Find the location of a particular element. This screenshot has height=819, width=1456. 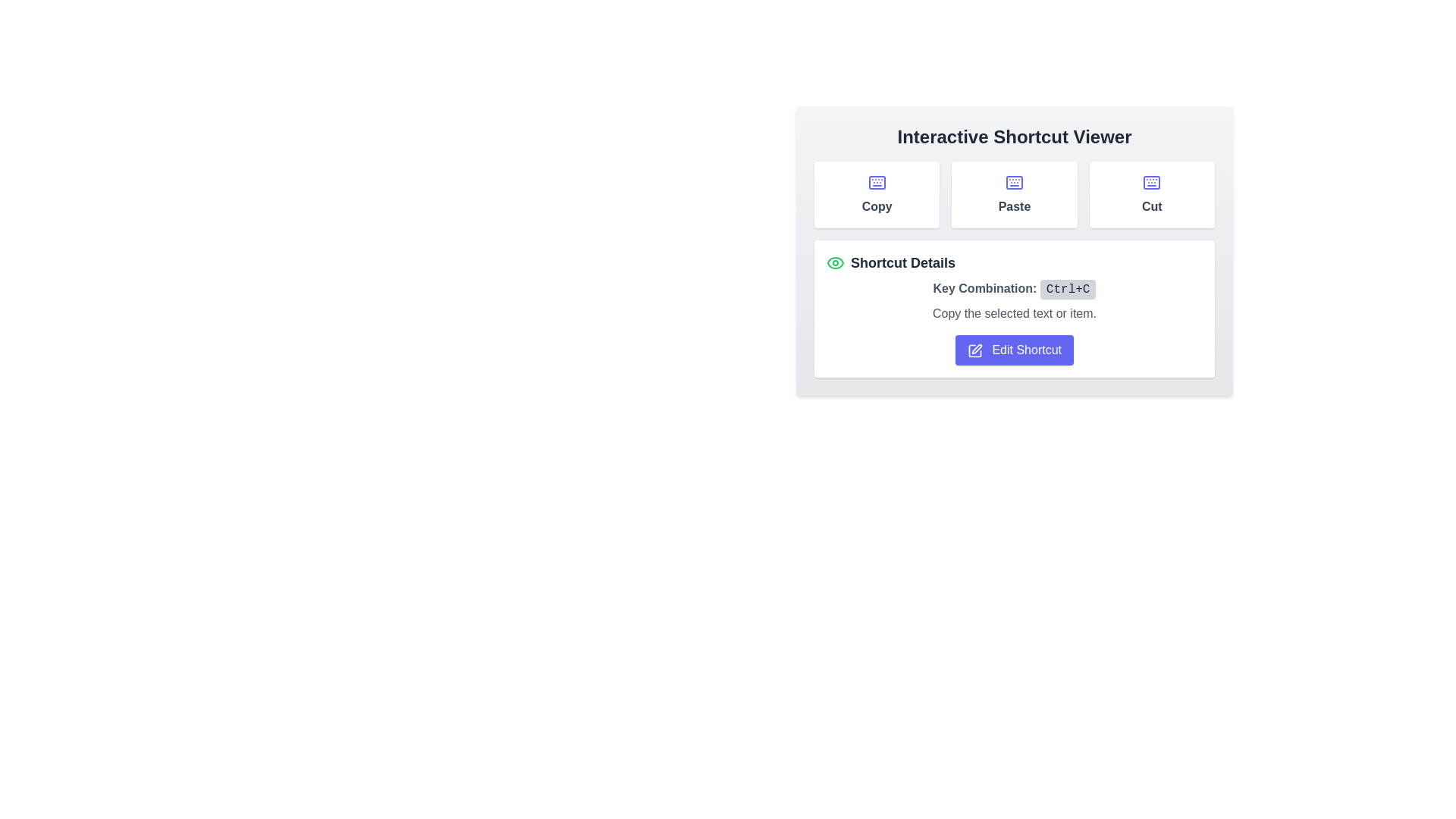

the 'Cut' button, which is a rectangular button with a white background, rounded corners, a blue keyboard icon at the top, and bold text below it is located at coordinates (1151, 194).